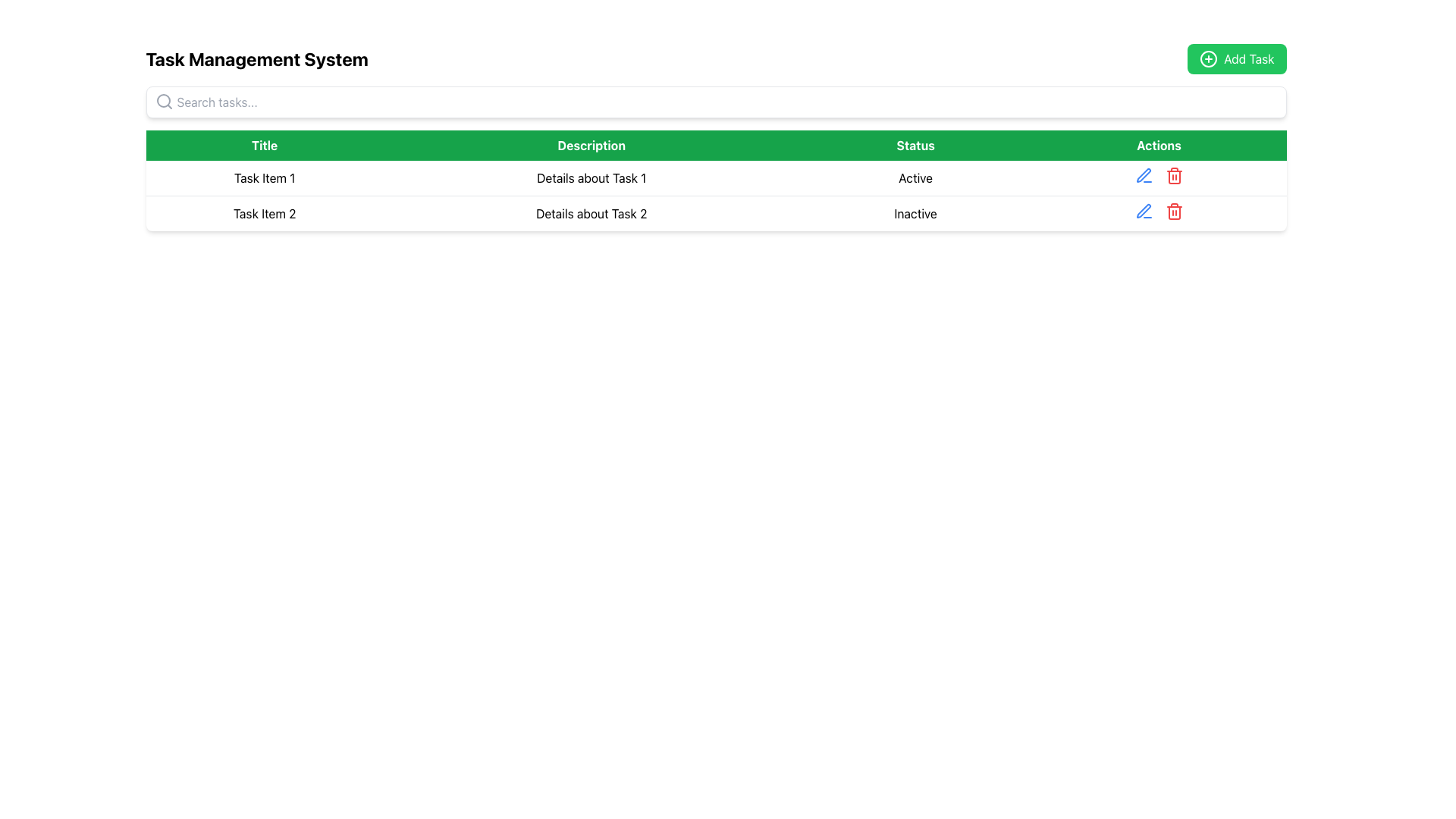 The image size is (1456, 819). I want to click on the edit icon button shaped like a pen in the 'Actions' column for 'Task Item 2' to initiate editing, so click(1143, 174).